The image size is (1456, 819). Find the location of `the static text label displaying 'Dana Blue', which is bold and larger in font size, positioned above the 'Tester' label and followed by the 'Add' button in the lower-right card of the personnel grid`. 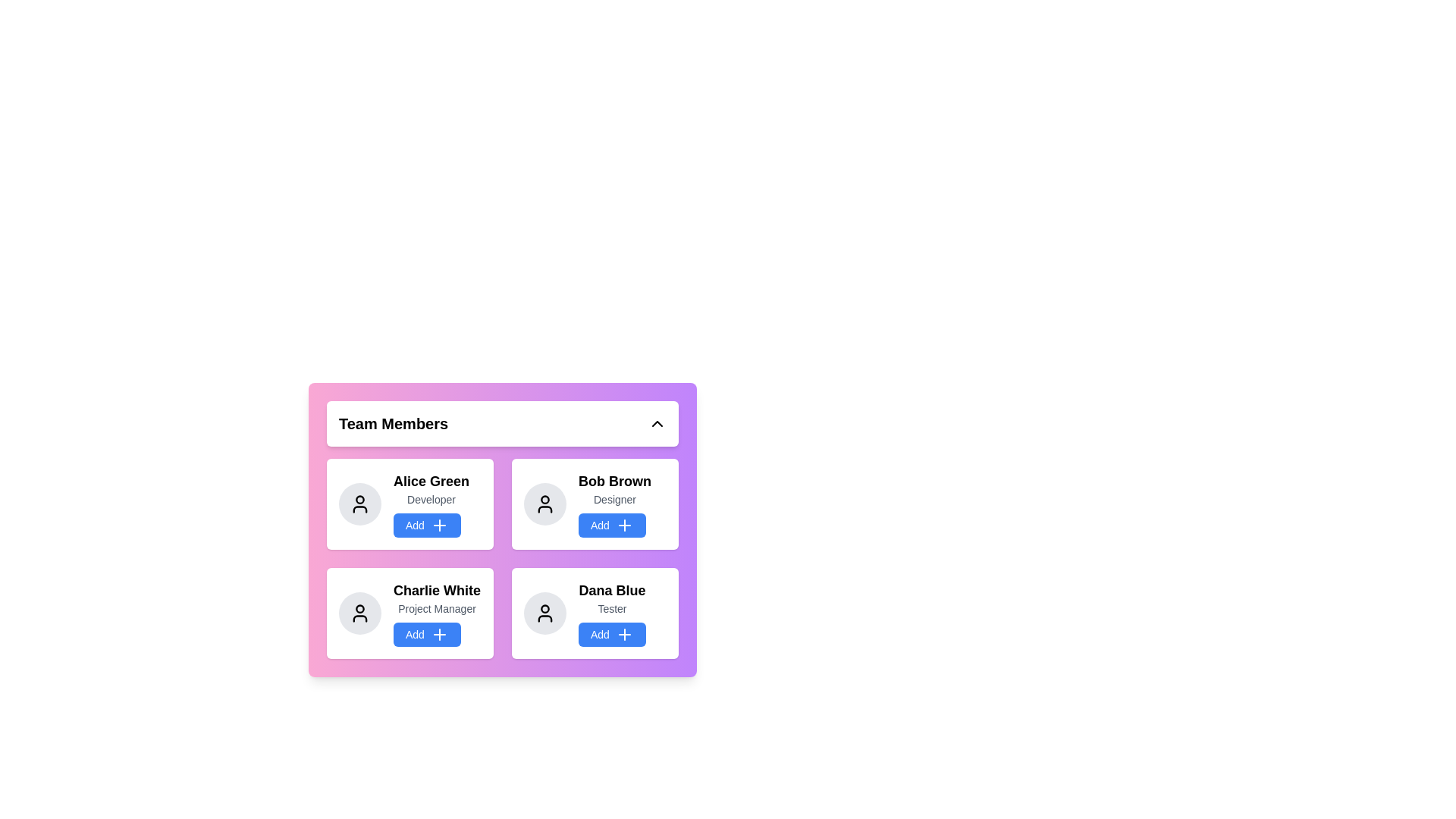

the static text label displaying 'Dana Blue', which is bold and larger in font size, positioned above the 'Tester' label and followed by the 'Add' button in the lower-right card of the personnel grid is located at coordinates (612, 590).